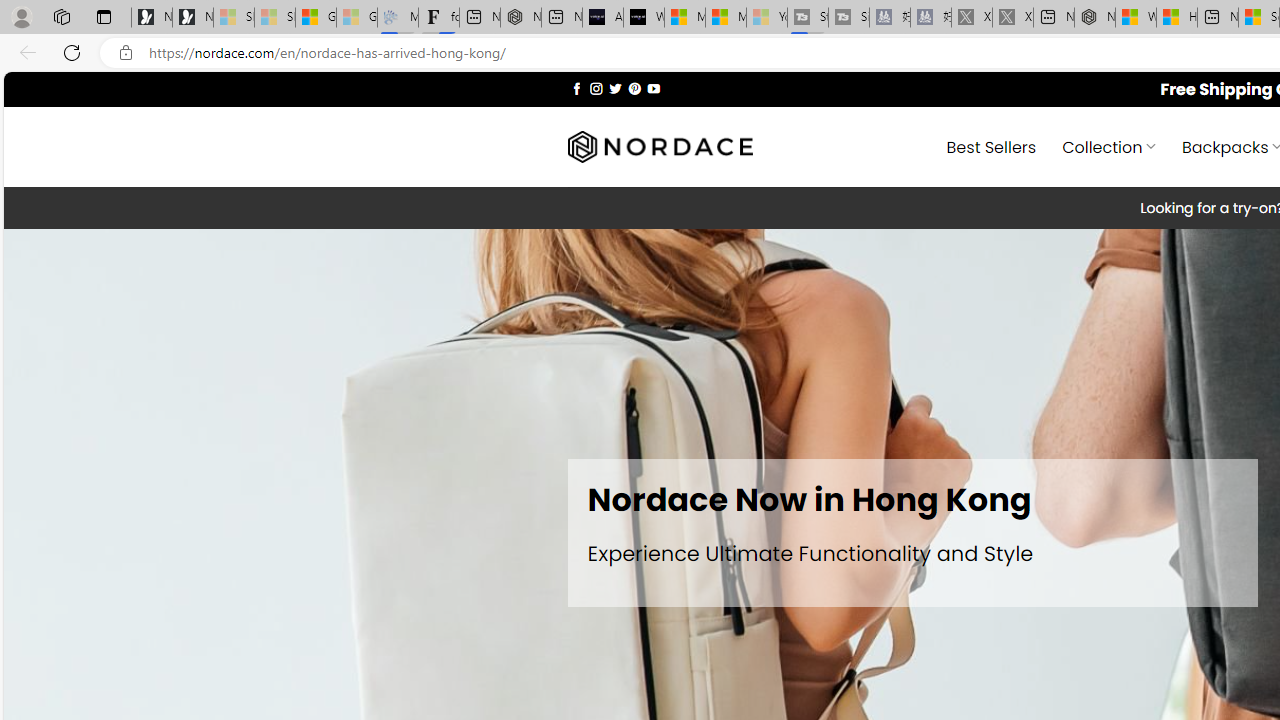 The image size is (1280, 720). Describe the element at coordinates (614, 87) in the screenshot. I see `'Follow on Twitter'` at that location.